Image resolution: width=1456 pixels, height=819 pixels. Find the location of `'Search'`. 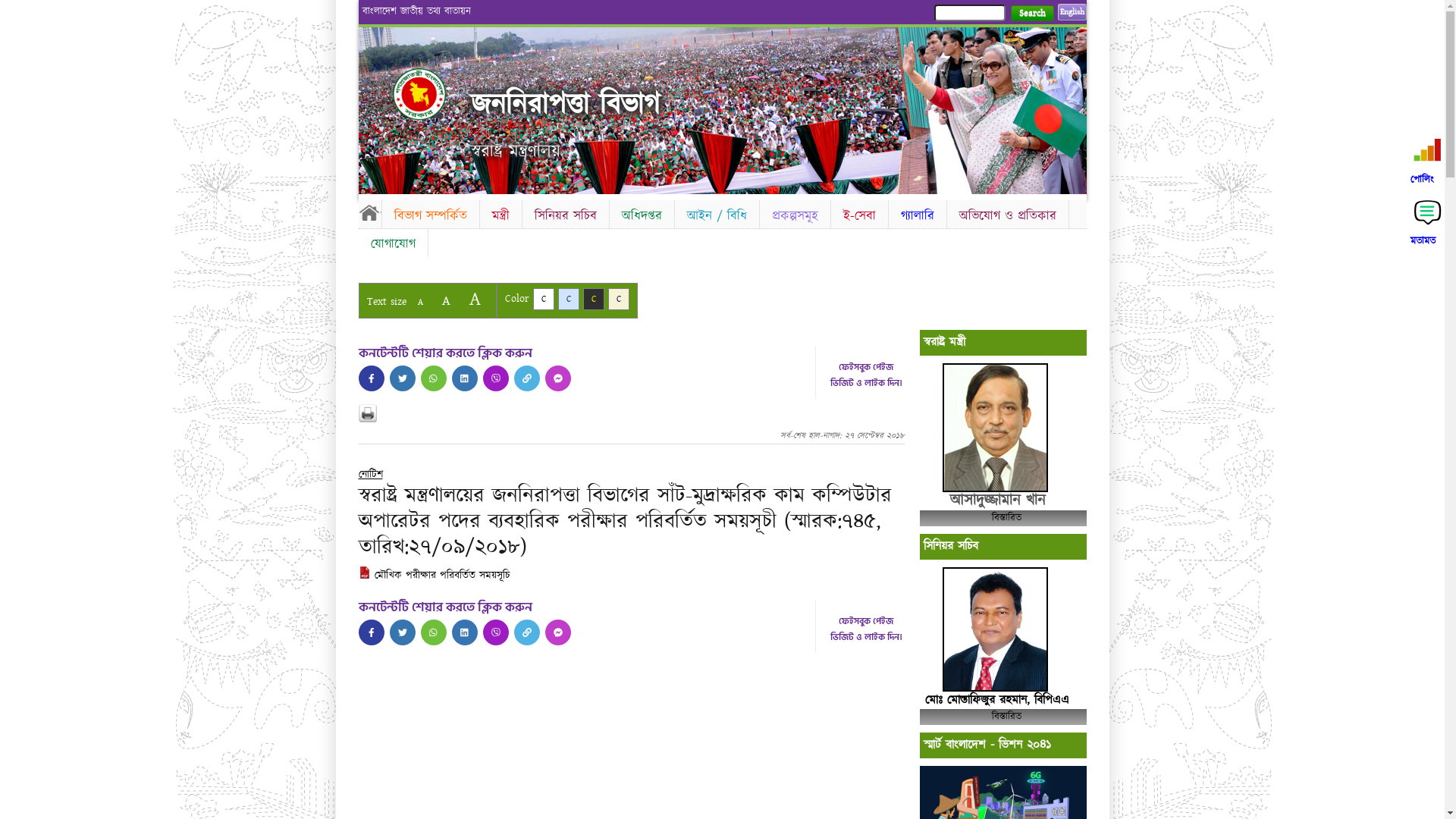

'Search' is located at coordinates (1031, 13).